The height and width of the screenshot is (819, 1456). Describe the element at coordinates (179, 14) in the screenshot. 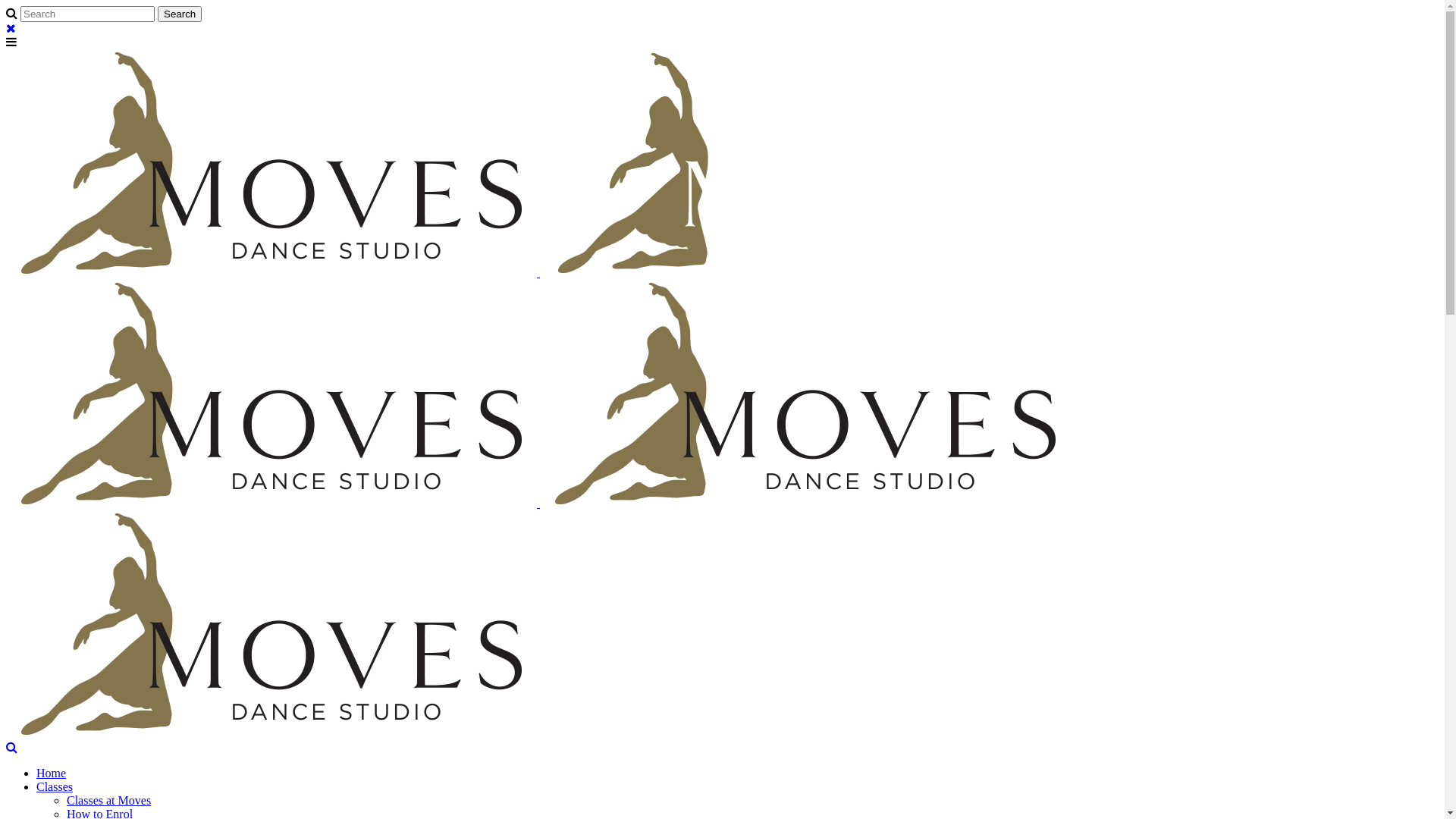

I see `'Search'` at that location.